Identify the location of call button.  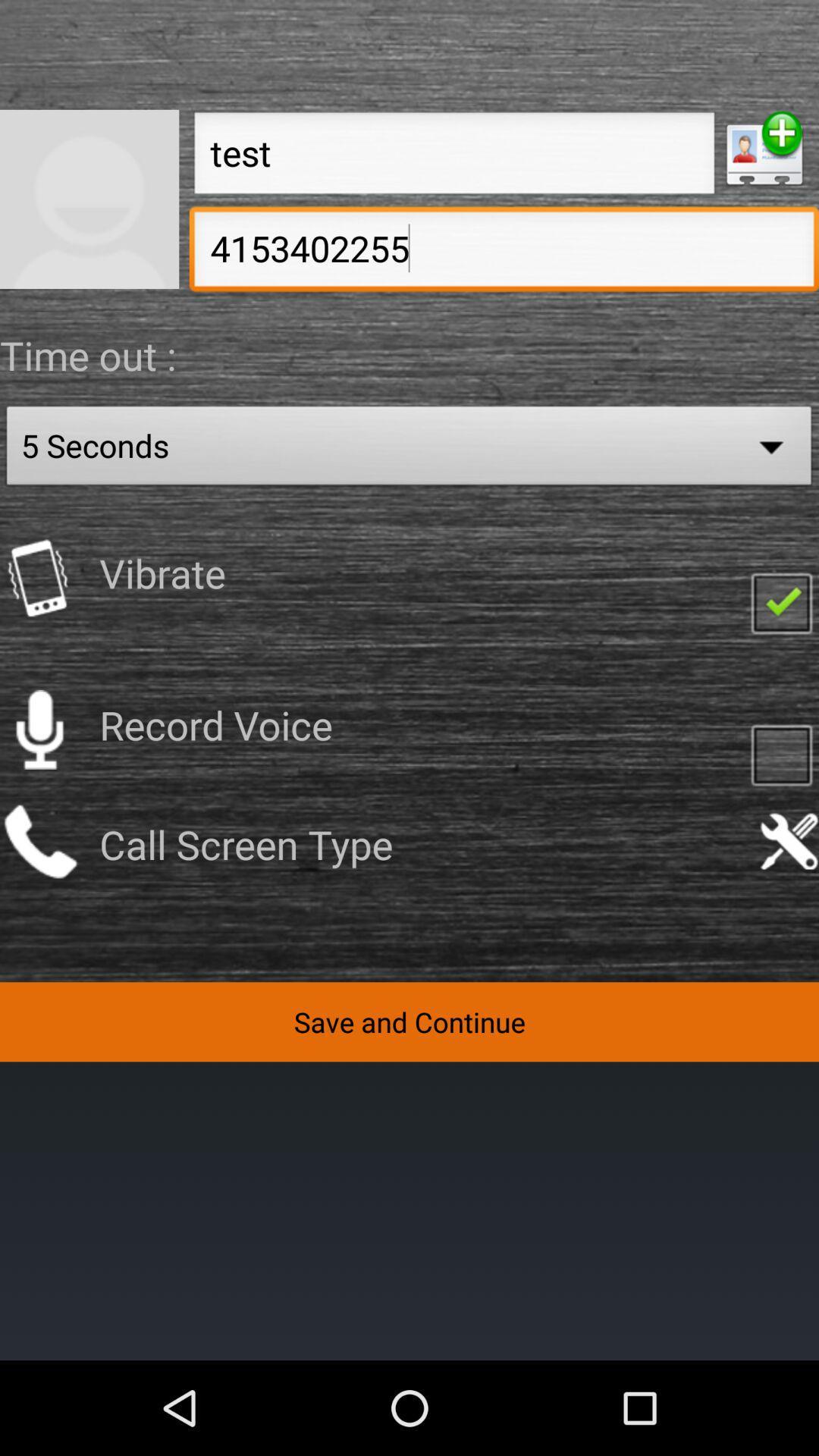
(39, 840).